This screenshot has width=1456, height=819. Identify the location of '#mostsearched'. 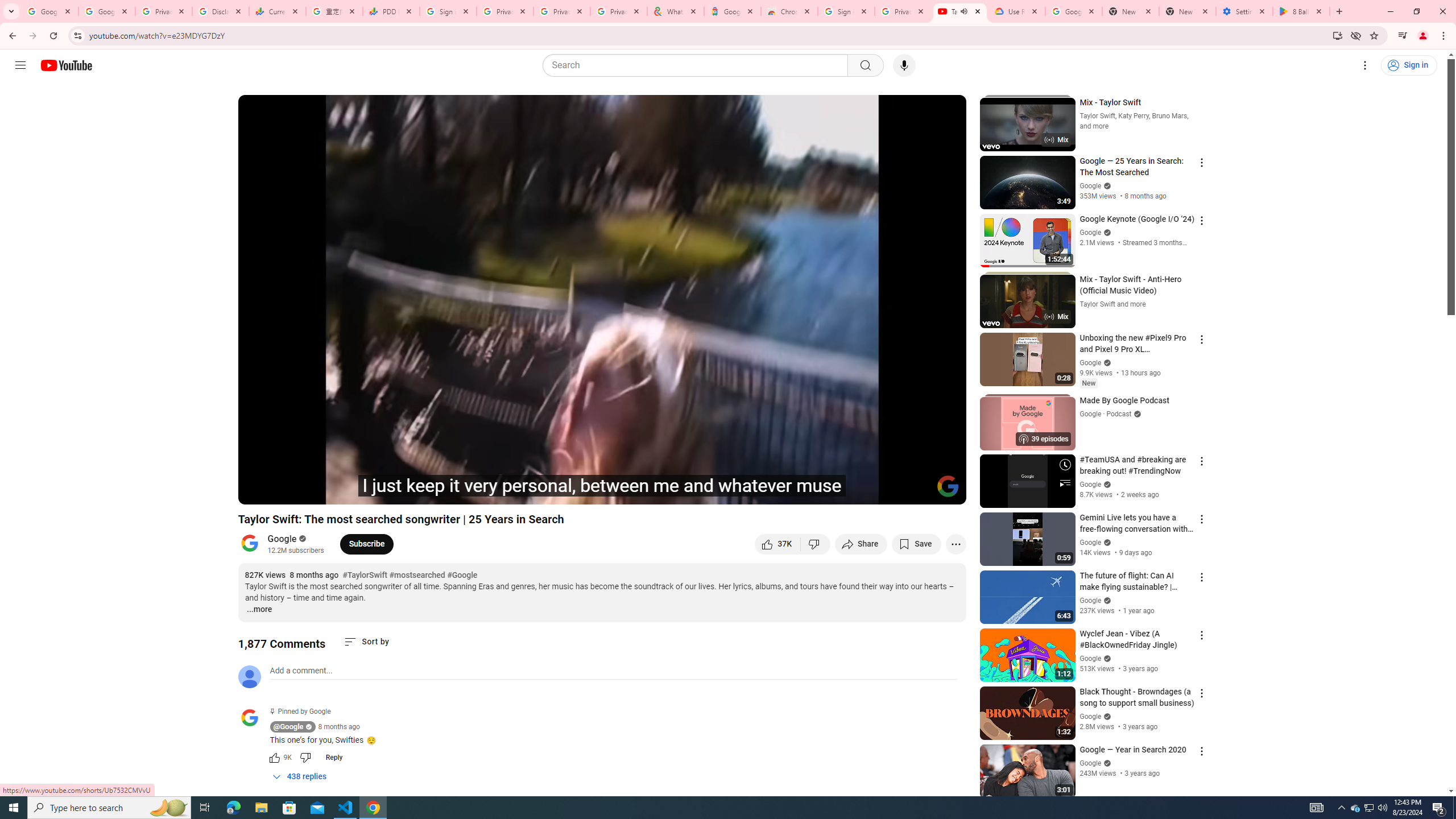
(417, 575).